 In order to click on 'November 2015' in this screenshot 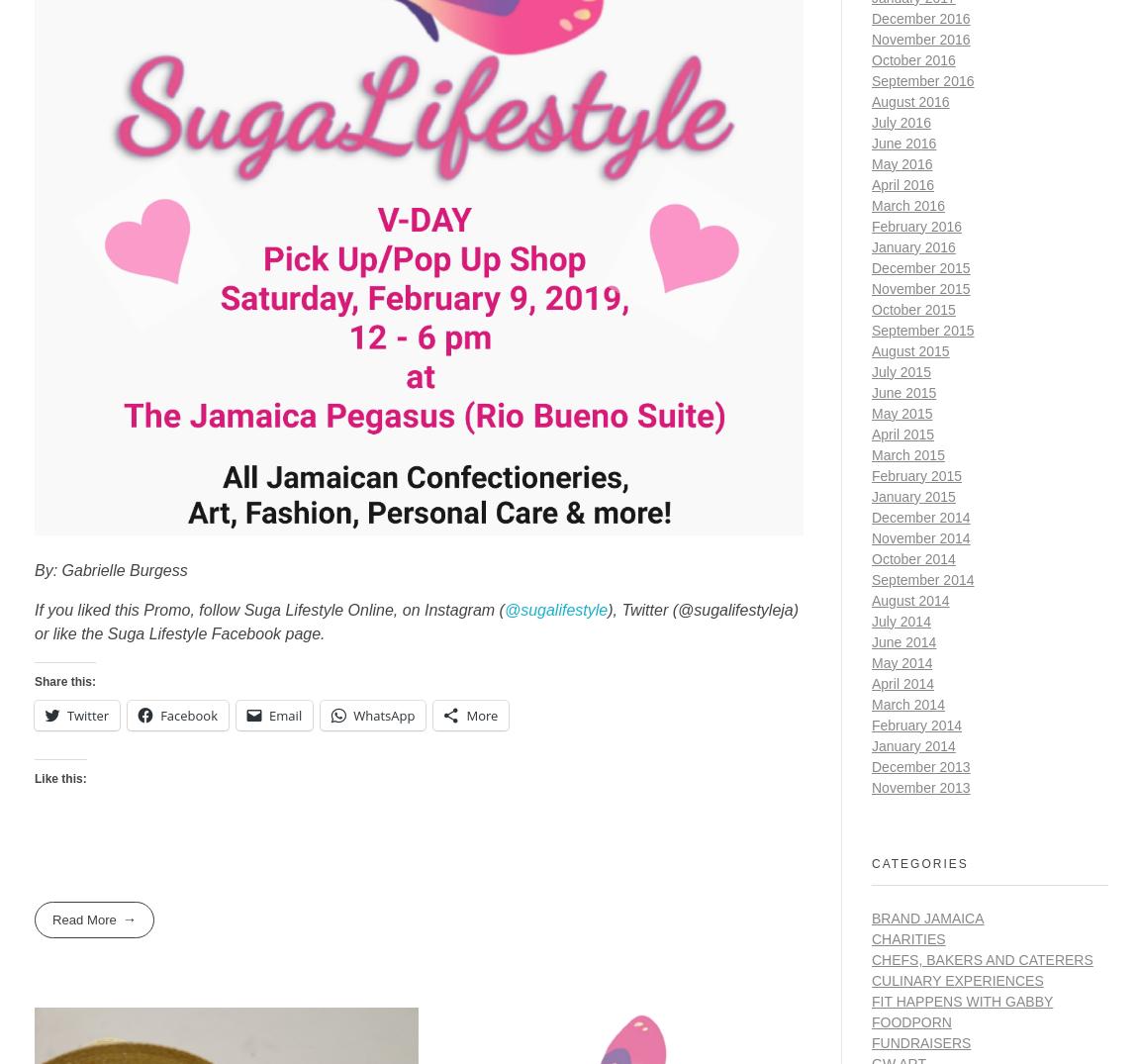, I will do `click(920, 288)`.